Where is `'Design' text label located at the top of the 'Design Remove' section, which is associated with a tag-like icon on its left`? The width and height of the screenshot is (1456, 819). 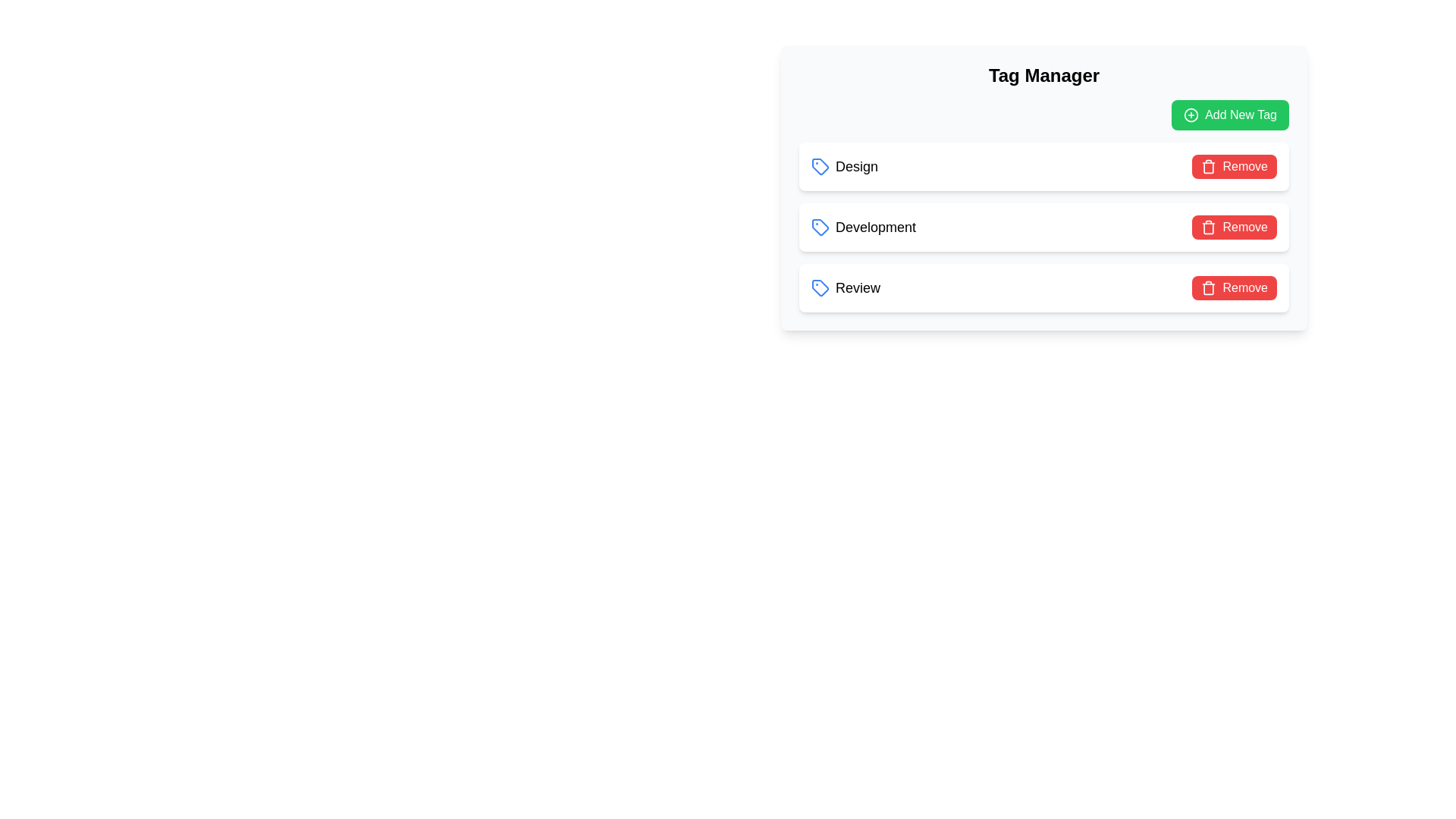 'Design' text label located at the top of the 'Design Remove' section, which is associated with a tag-like icon on its left is located at coordinates (843, 166).